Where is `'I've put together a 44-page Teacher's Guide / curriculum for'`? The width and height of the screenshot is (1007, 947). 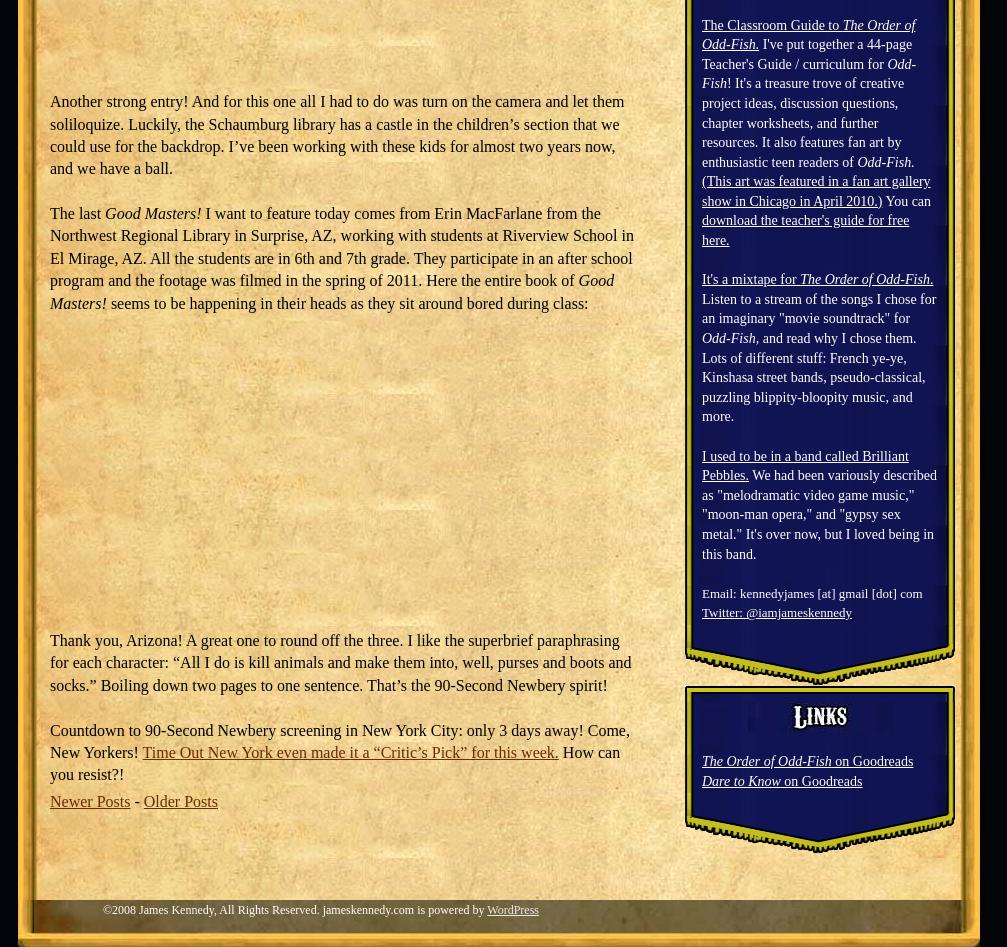
'I've put together a 44-page Teacher's Guide / curriculum for' is located at coordinates (806, 53).